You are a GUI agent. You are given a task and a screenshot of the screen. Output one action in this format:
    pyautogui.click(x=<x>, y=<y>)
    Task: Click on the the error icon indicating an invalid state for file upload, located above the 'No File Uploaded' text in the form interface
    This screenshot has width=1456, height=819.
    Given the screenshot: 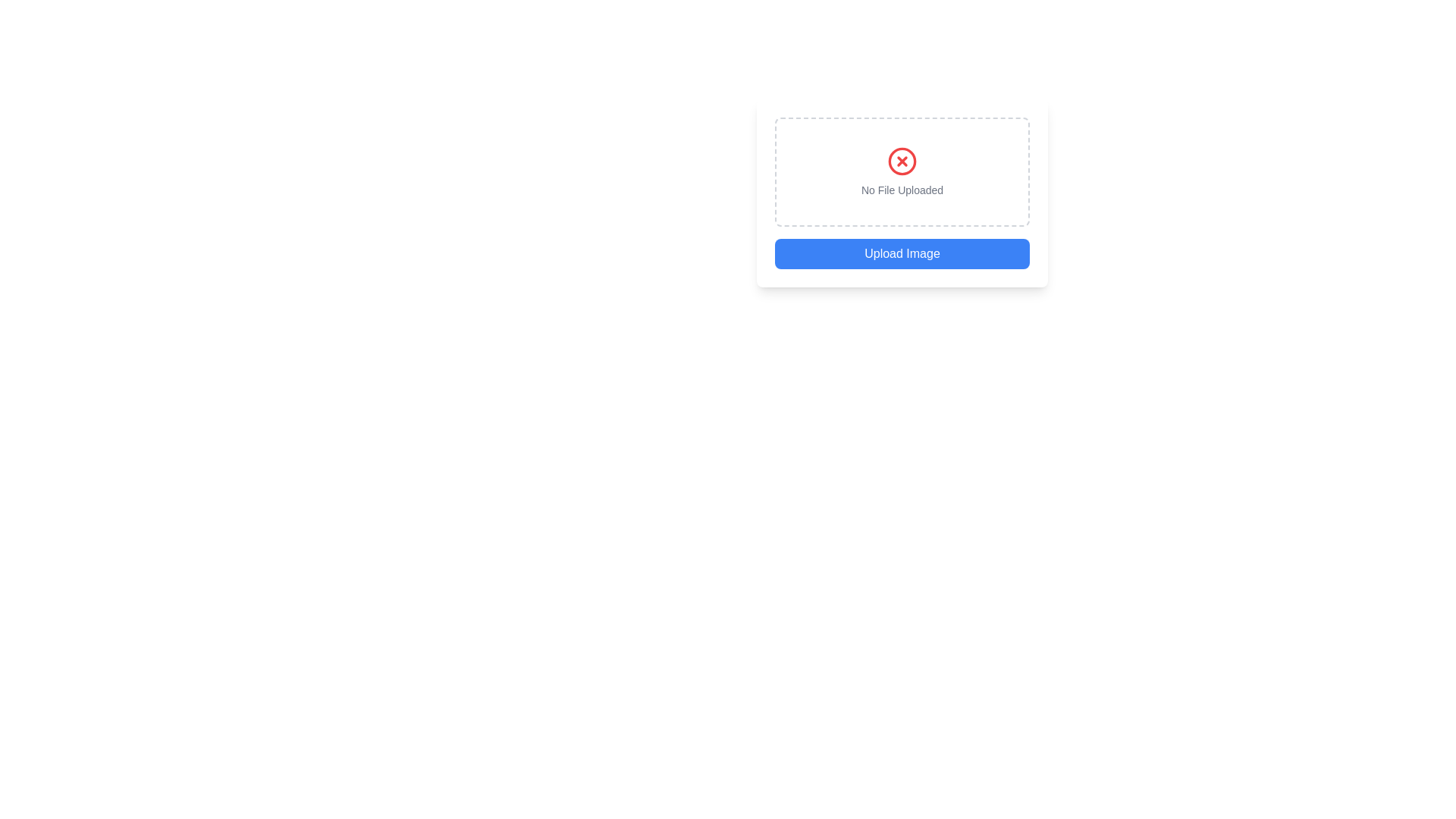 What is the action you would take?
    pyautogui.click(x=902, y=161)
    